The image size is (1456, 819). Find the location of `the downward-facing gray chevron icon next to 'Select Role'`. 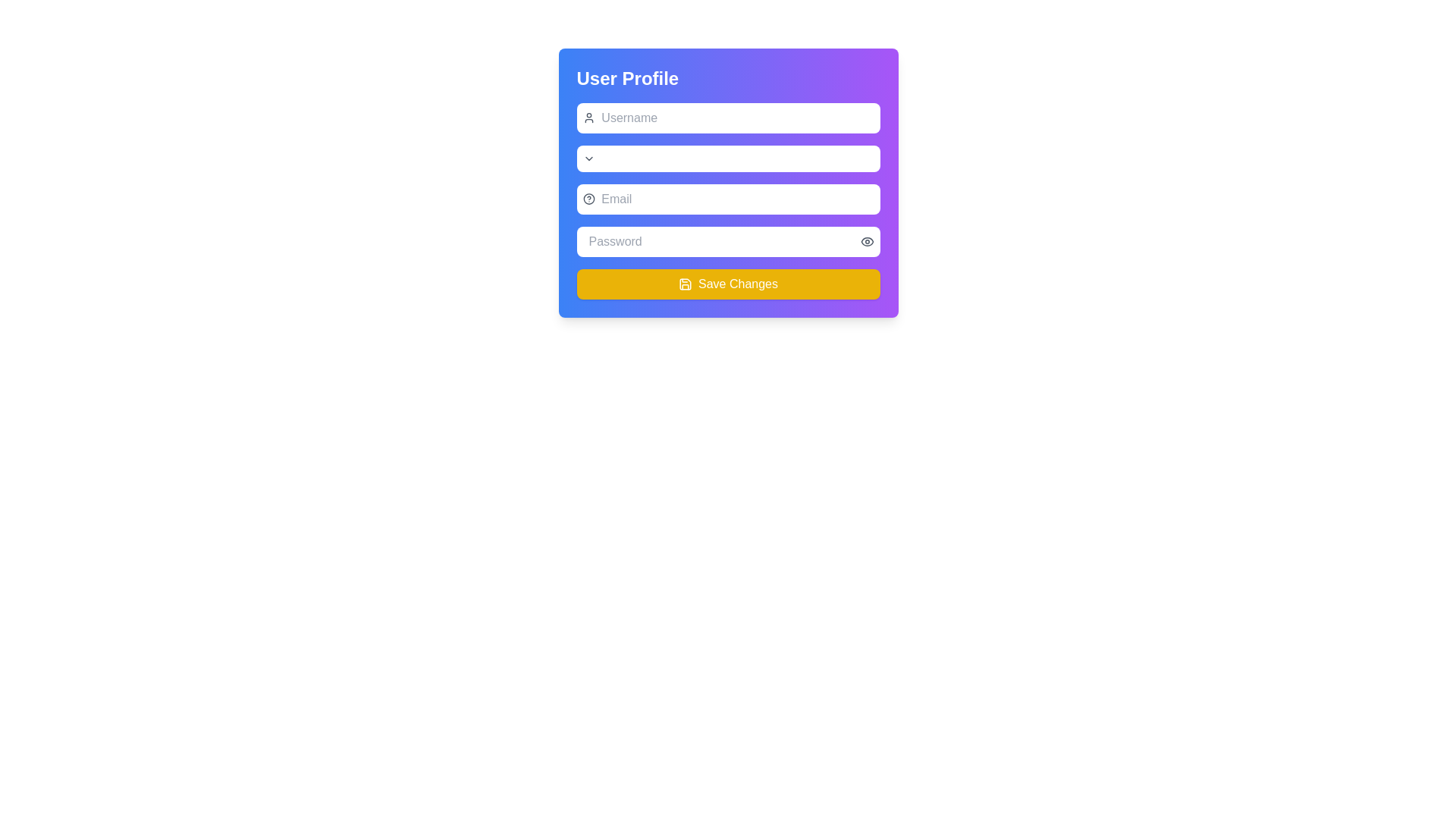

the downward-facing gray chevron icon next to 'Select Role' is located at coordinates (588, 158).